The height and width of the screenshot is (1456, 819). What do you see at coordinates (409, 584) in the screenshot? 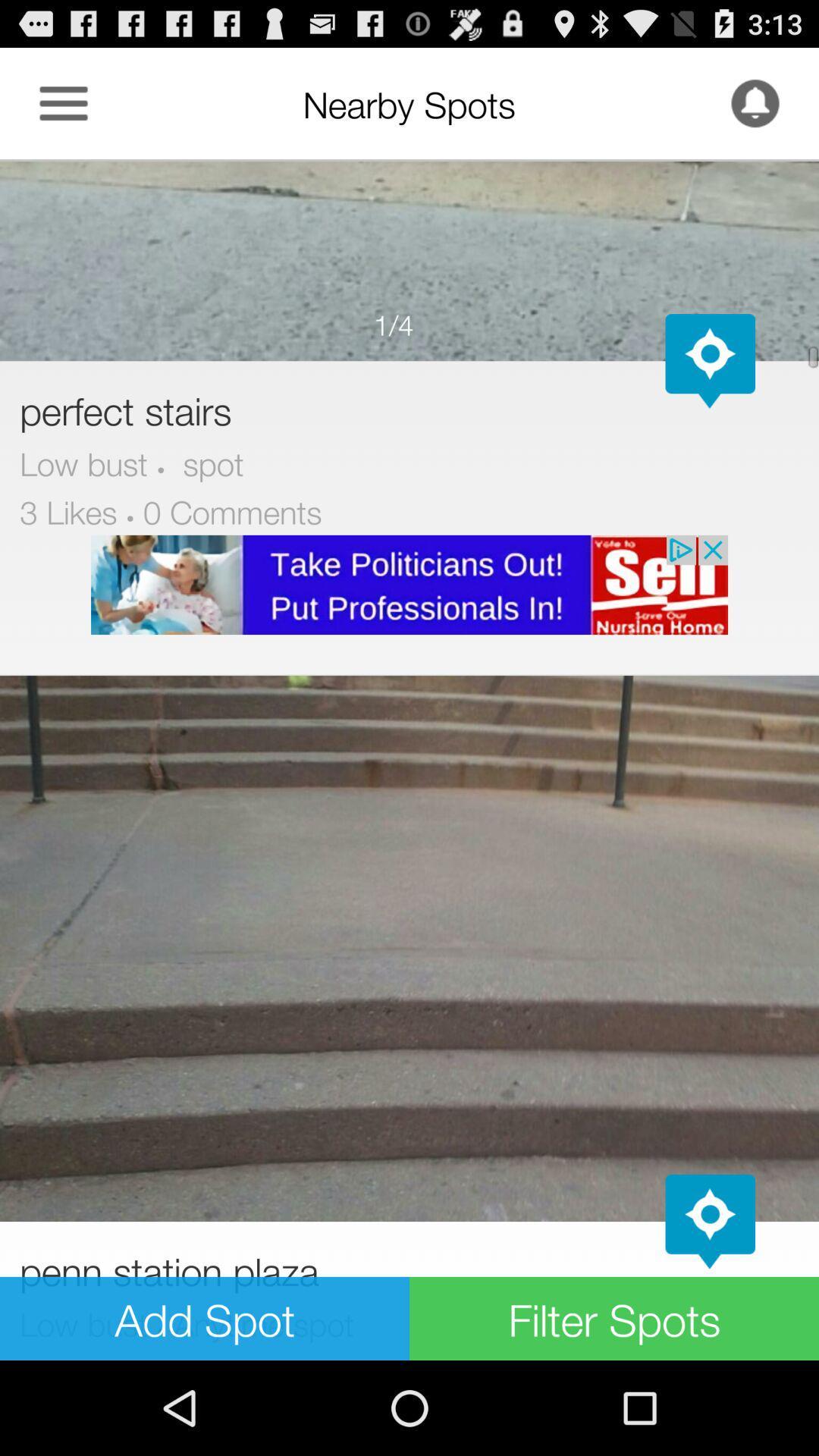
I see `open advertisement` at bounding box center [409, 584].